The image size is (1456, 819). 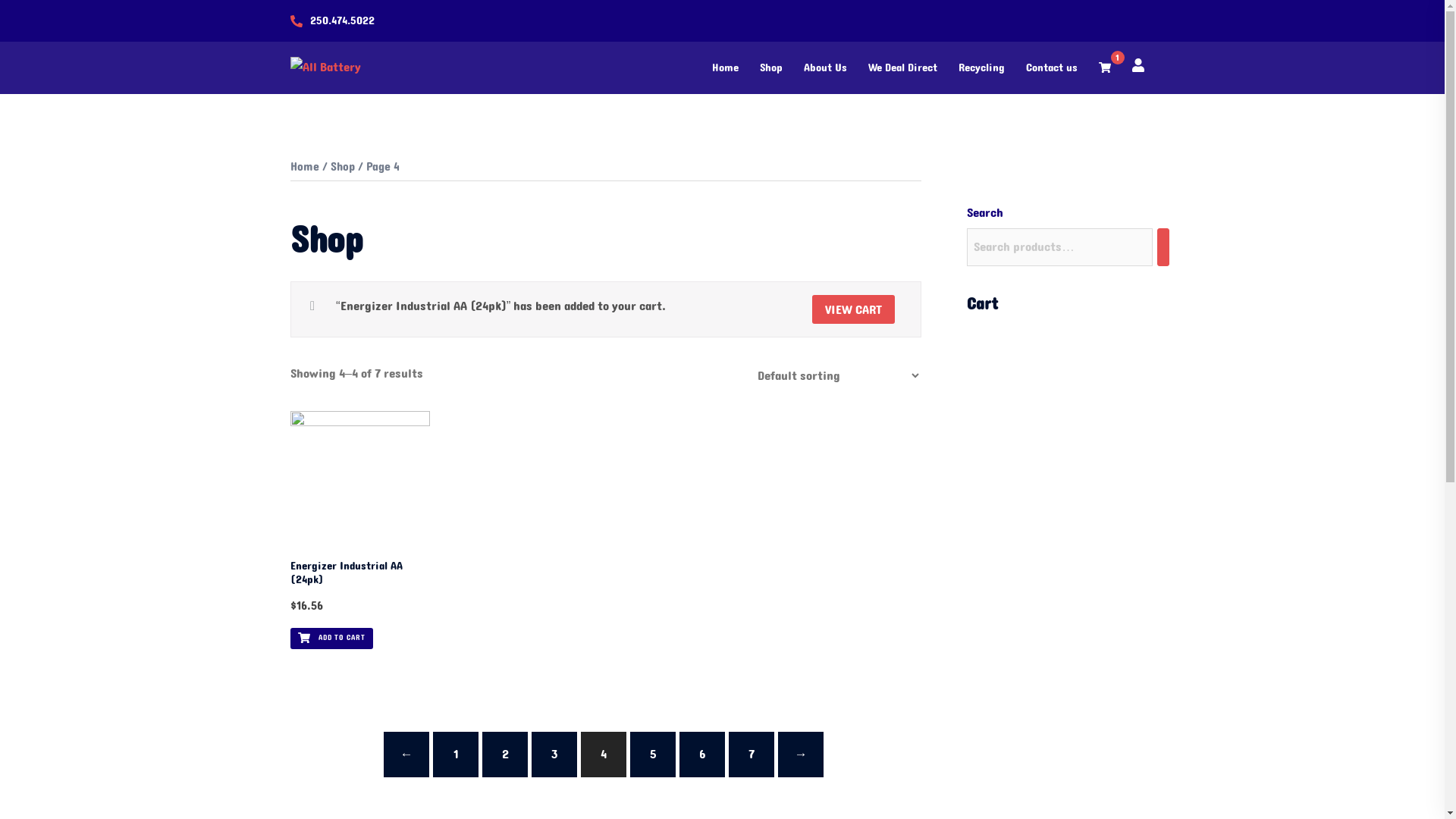 I want to click on 'Login/Register', so click(x=1137, y=63).